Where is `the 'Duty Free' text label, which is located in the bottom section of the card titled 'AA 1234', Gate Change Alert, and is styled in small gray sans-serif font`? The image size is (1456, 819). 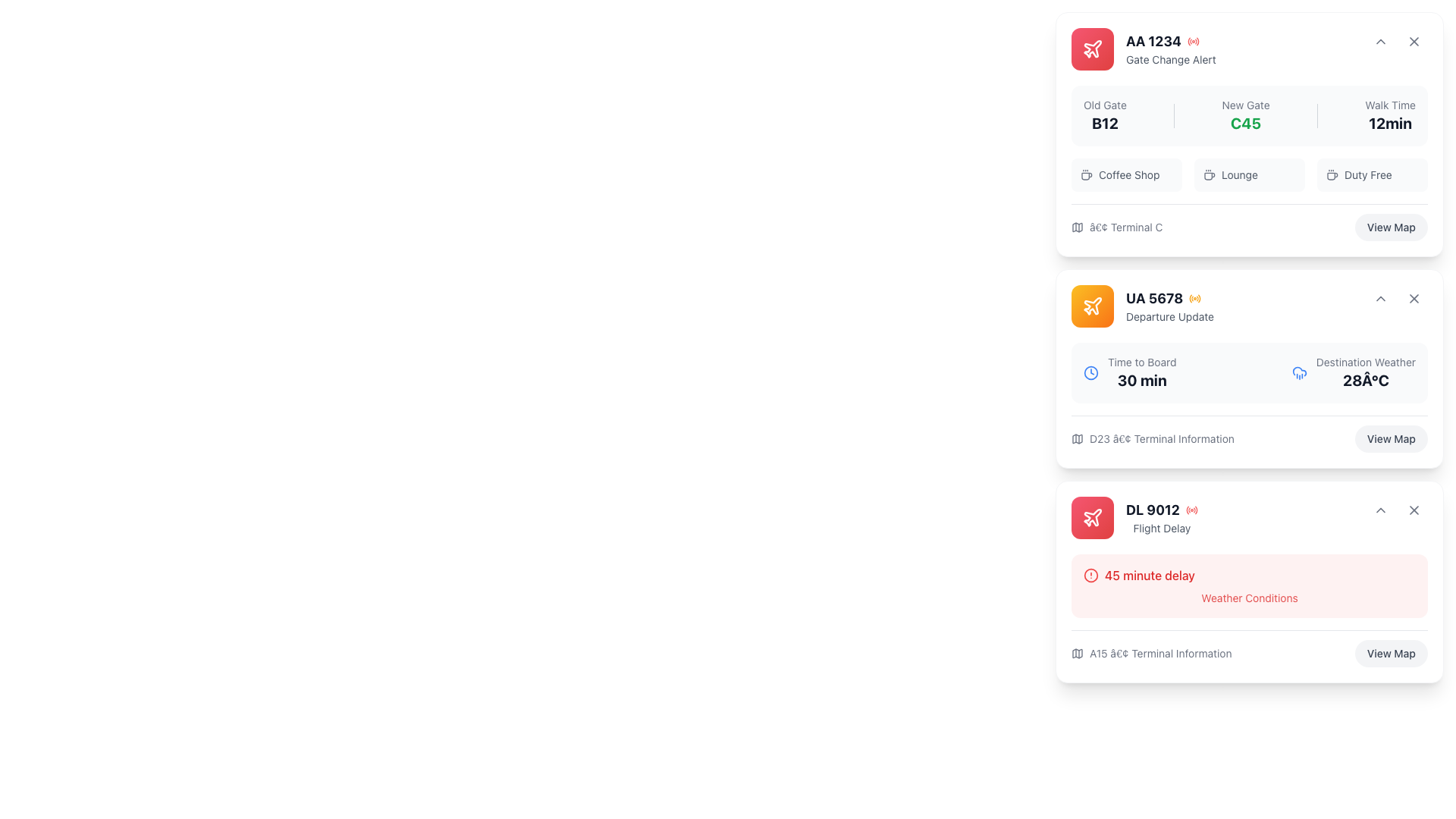
the 'Duty Free' text label, which is located in the bottom section of the card titled 'AA 1234', Gate Change Alert, and is styled in small gray sans-serif font is located at coordinates (1368, 174).